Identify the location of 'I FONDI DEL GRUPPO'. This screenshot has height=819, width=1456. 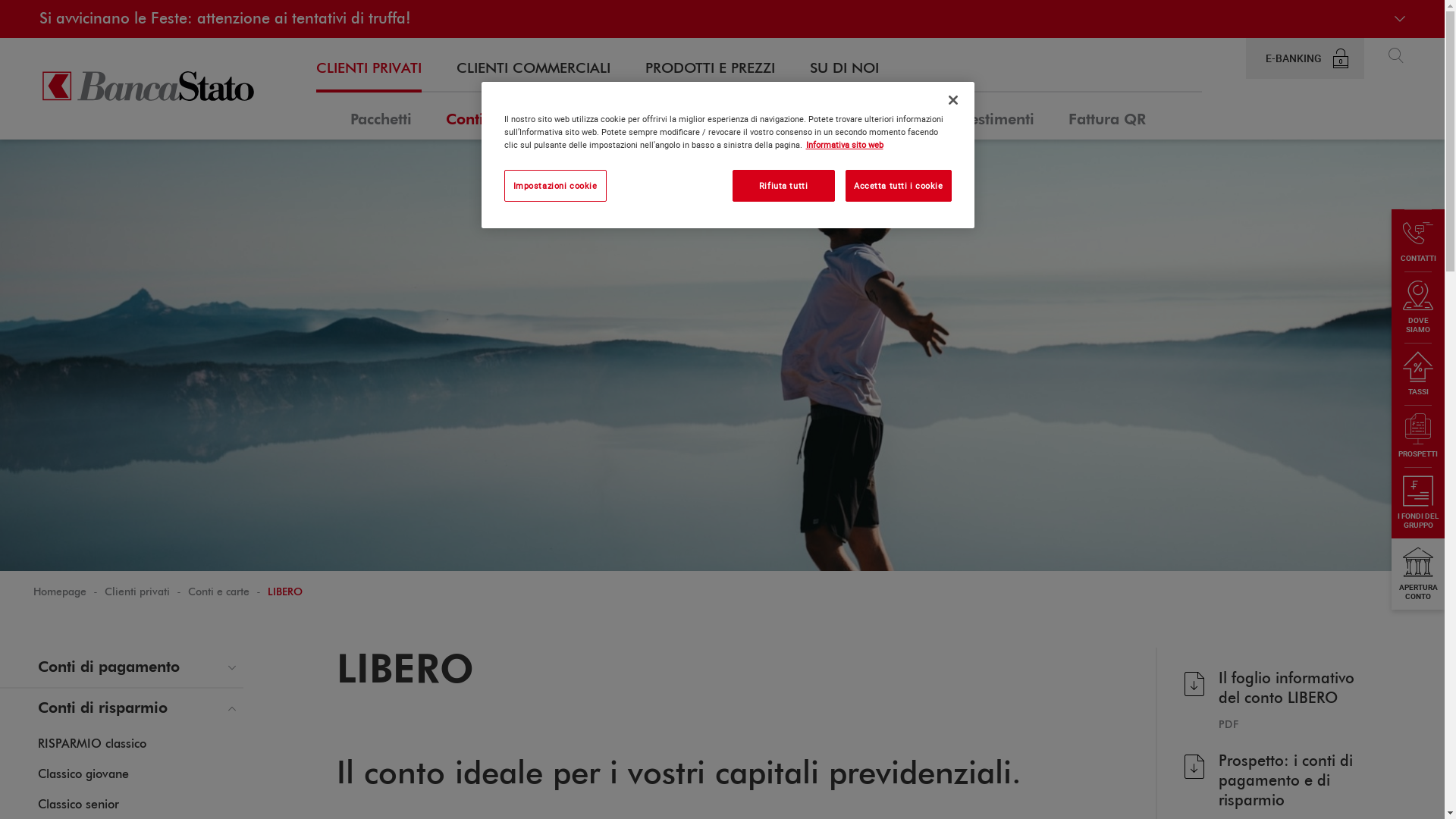
(1417, 503).